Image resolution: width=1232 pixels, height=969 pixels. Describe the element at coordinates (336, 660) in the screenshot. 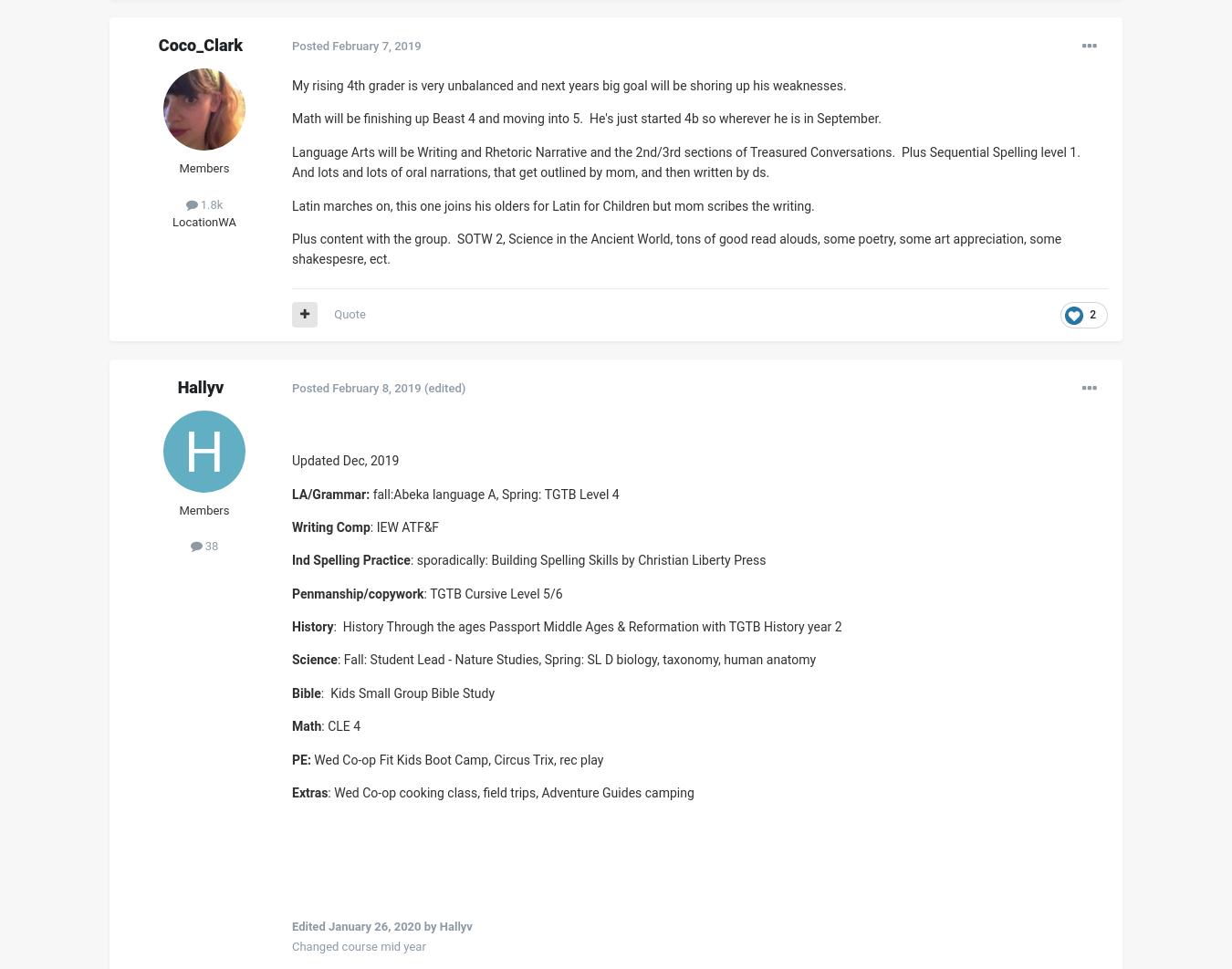

I see `': Fall: Student Lead - Nature Studies, Spring: SL D biology, taxonomy, human anatomy'` at that location.